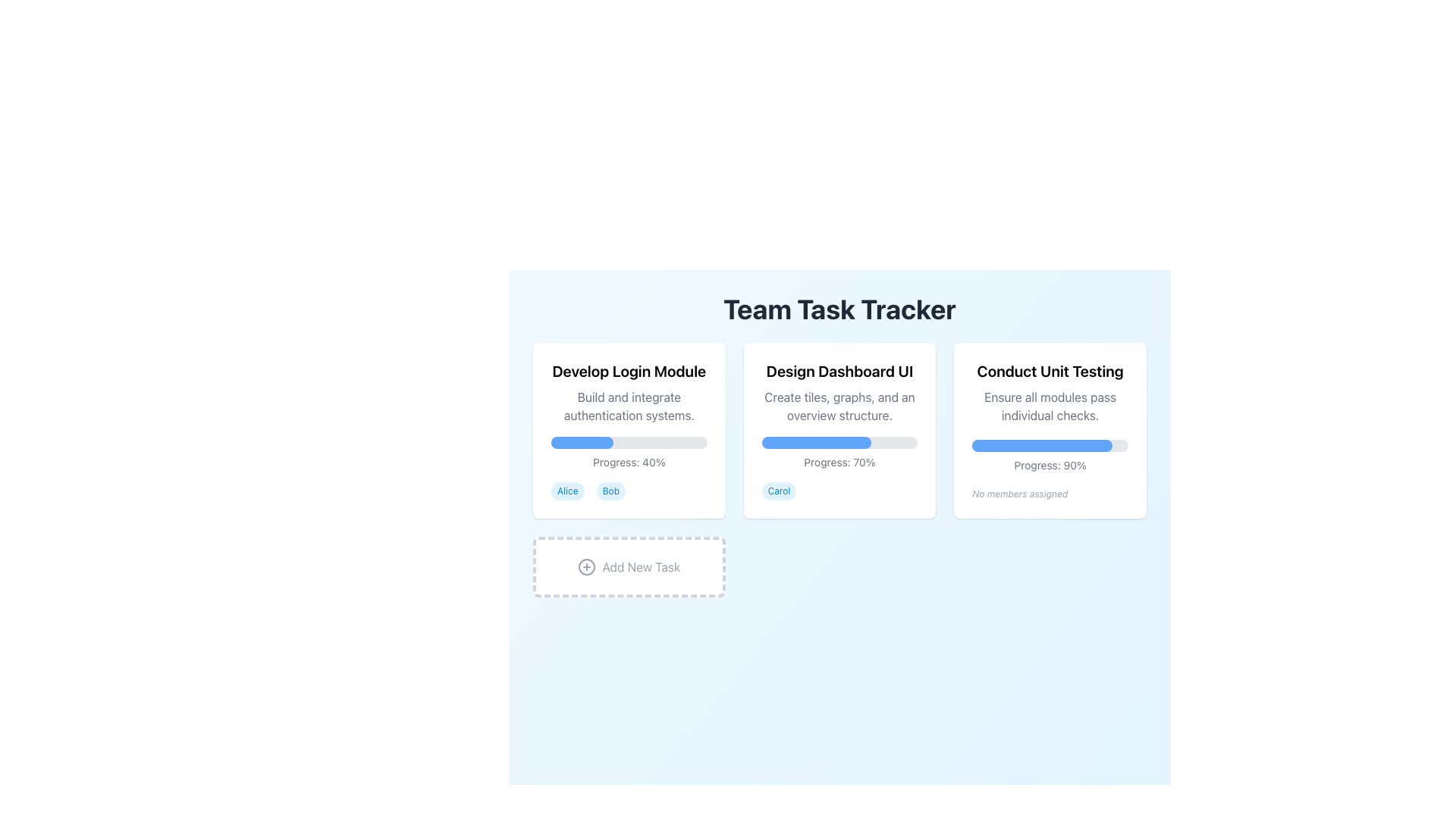 The height and width of the screenshot is (819, 1456). Describe the element at coordinates (568, 442) in the screenshot. I see `the progress bar value` at that location.